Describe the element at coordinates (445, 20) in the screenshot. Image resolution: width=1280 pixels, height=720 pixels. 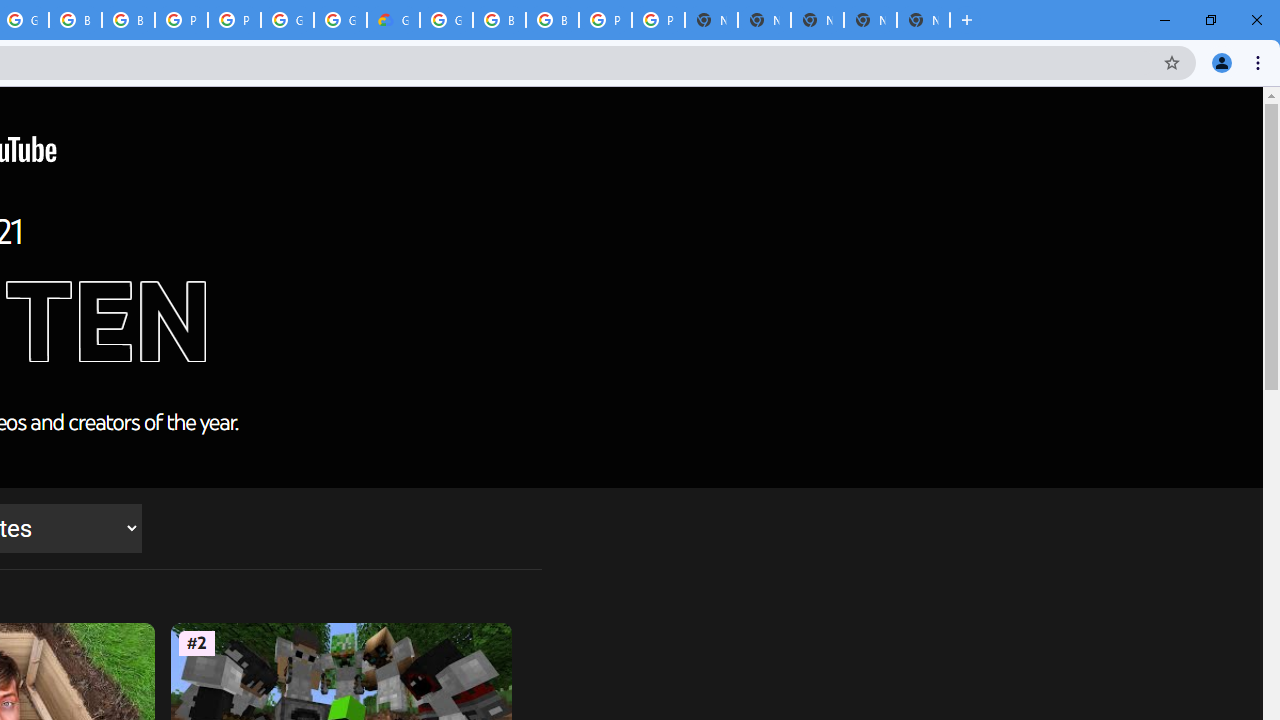
I see `'Google Cloud Platform'` at that location.